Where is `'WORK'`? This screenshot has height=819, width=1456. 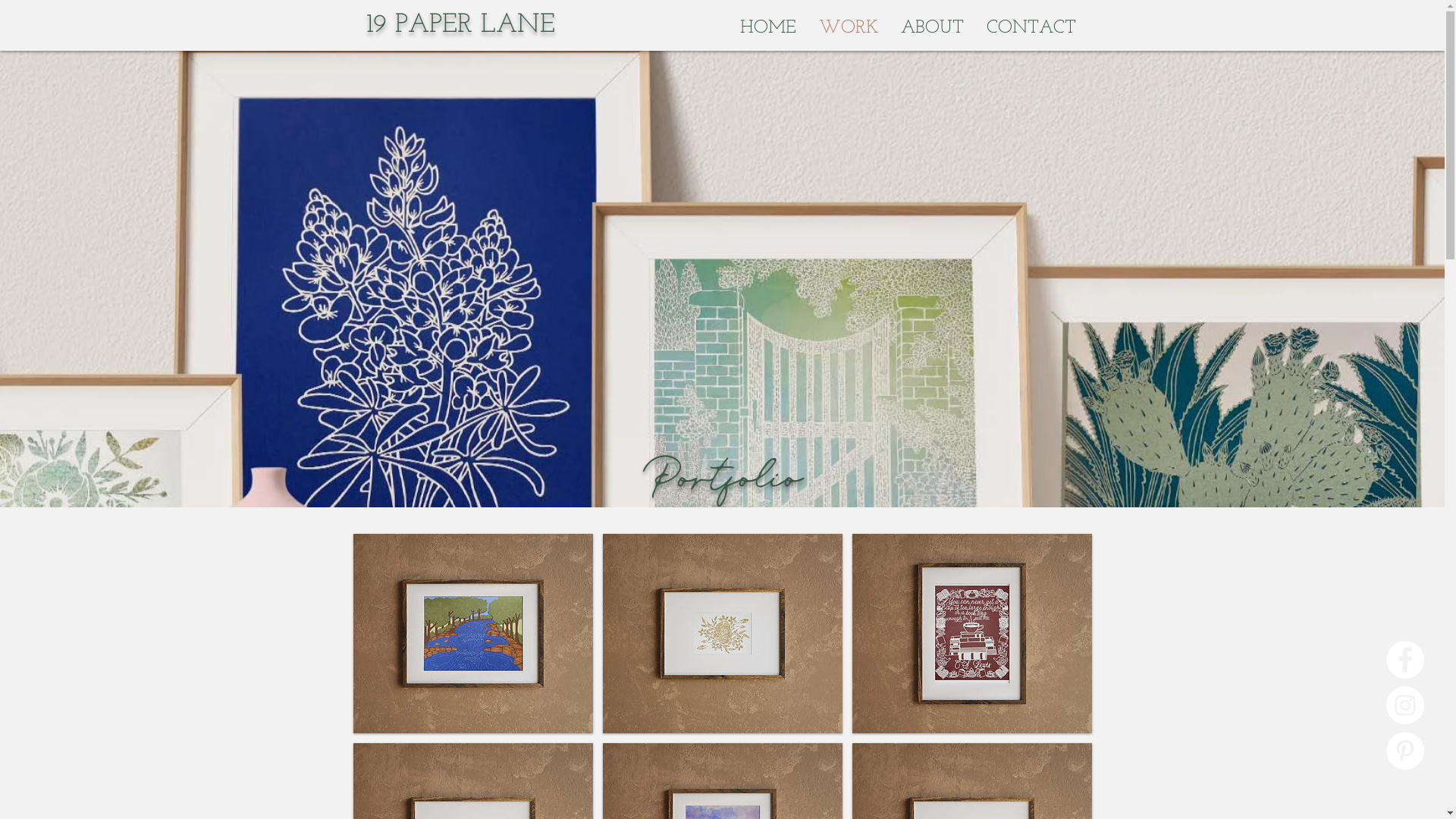 'WORK' is located at coordinates (847, 27).